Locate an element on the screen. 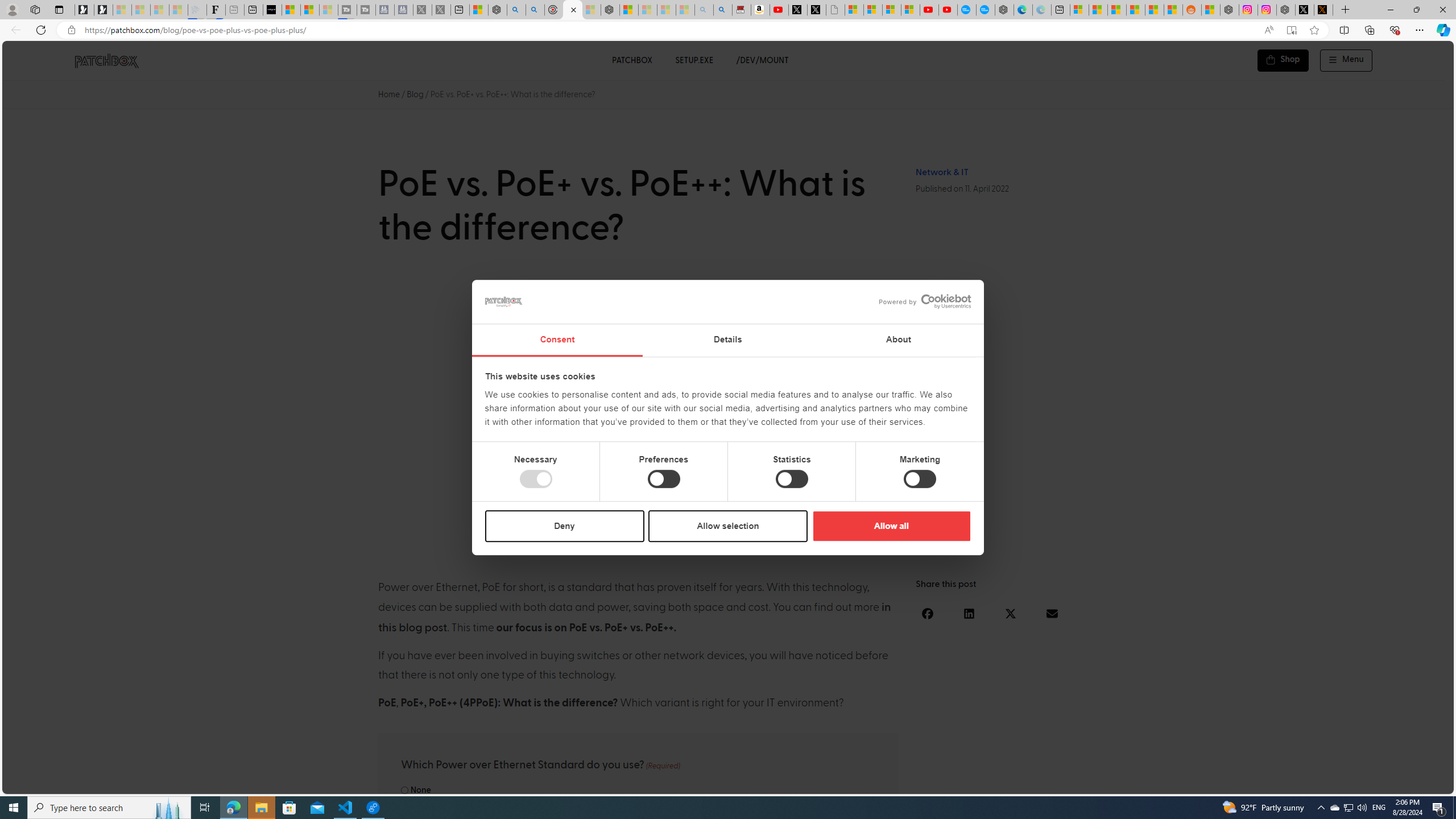 The width and height of the screenshot is (1456, 819). 'Deny' is located at coordinates (564, 525).